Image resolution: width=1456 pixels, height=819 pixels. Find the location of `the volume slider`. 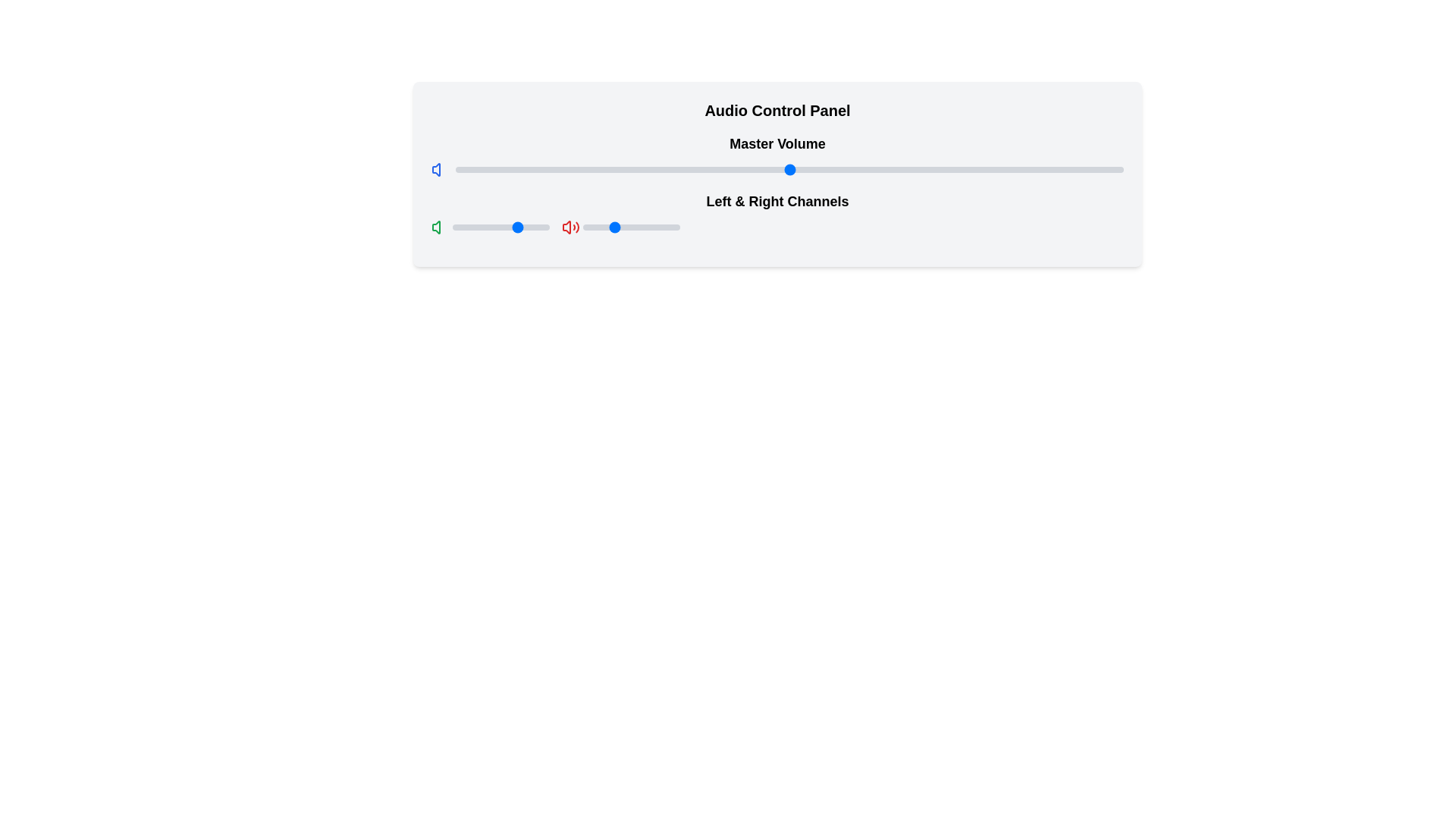

the volume slider is located at coordinates (695, 166).